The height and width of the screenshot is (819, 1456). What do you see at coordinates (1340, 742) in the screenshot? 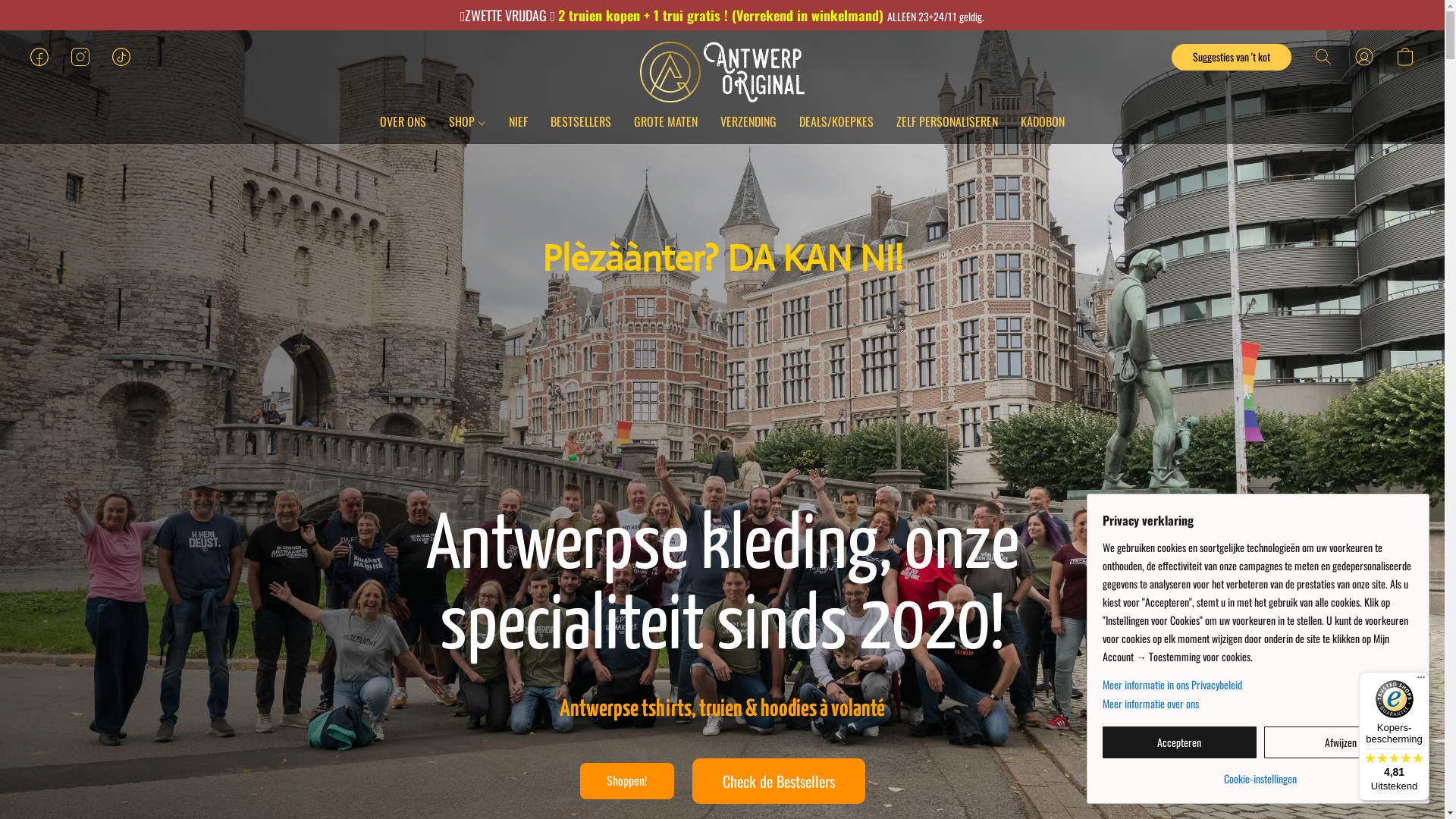
I see `'Afwijzen'` at bounding box center [1340, 742].